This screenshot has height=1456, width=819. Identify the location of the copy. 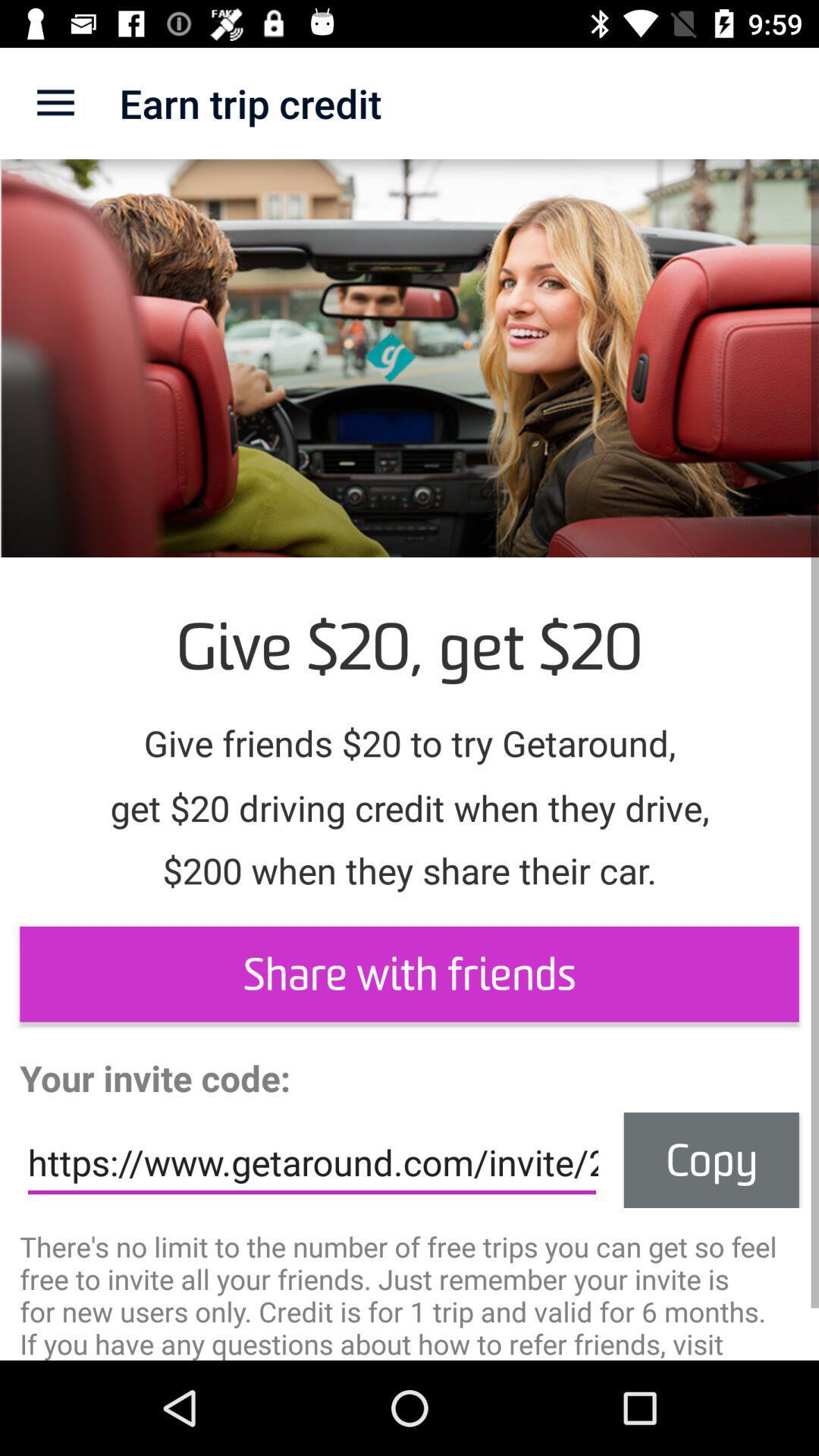
(711, 1159).